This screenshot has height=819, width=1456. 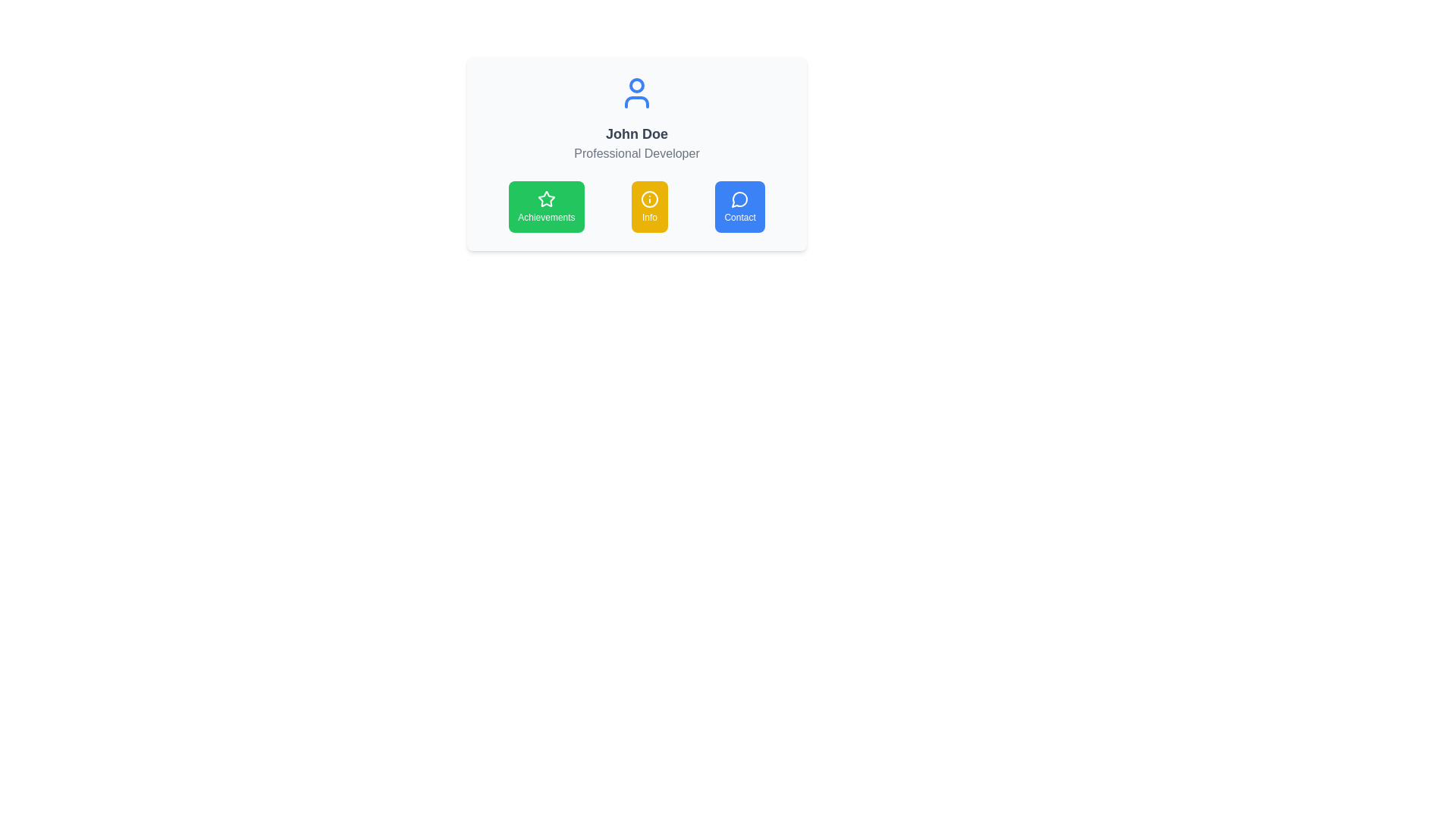 I want to click on the 'Info' button, which is a bright yellow rectangular button with white text and a circular 'i' icon, located below 'John Doe Professional Developer', so click(x=650, y=207).